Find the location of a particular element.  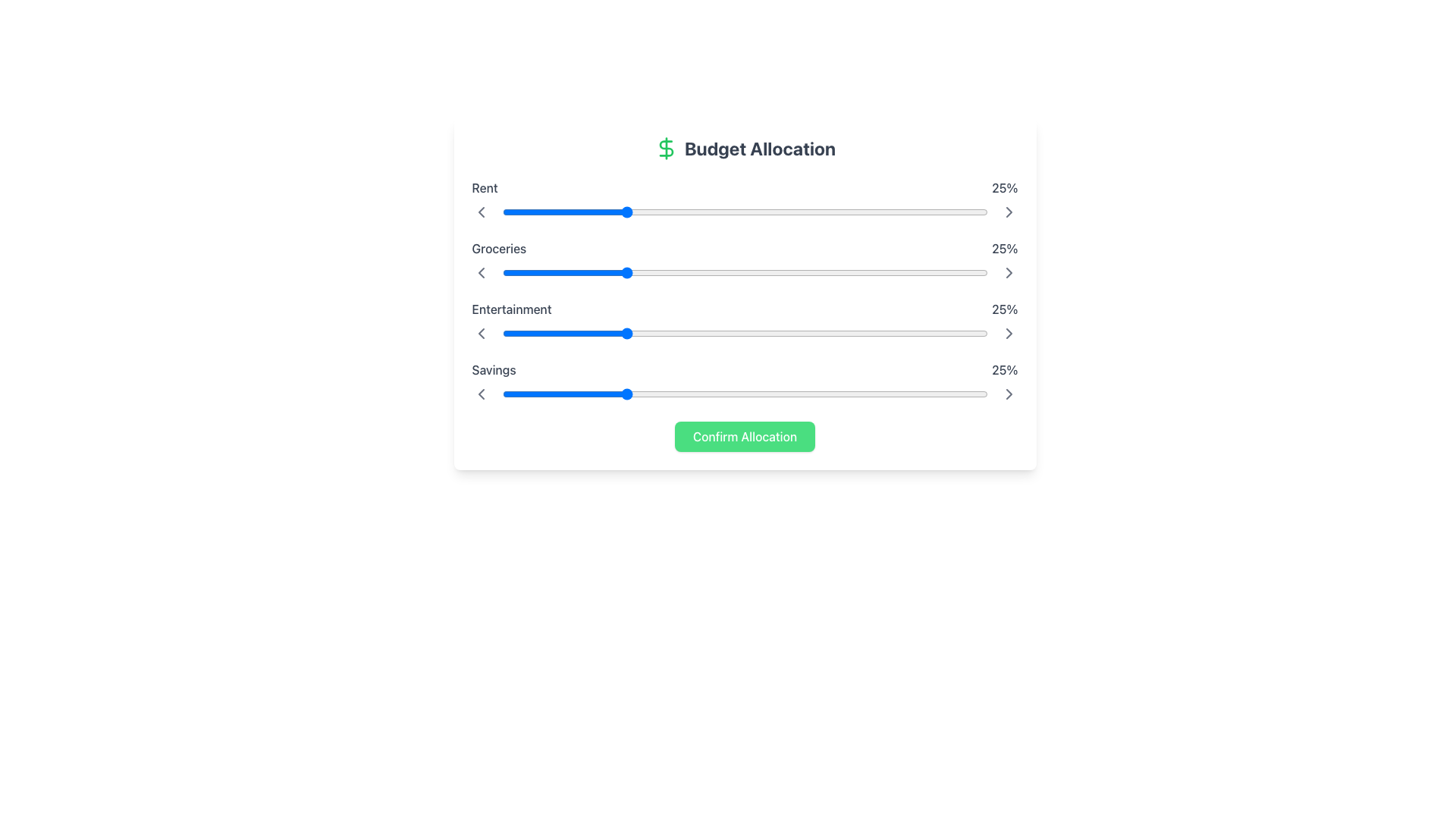

the slider value is located at coordinates (633, 332).